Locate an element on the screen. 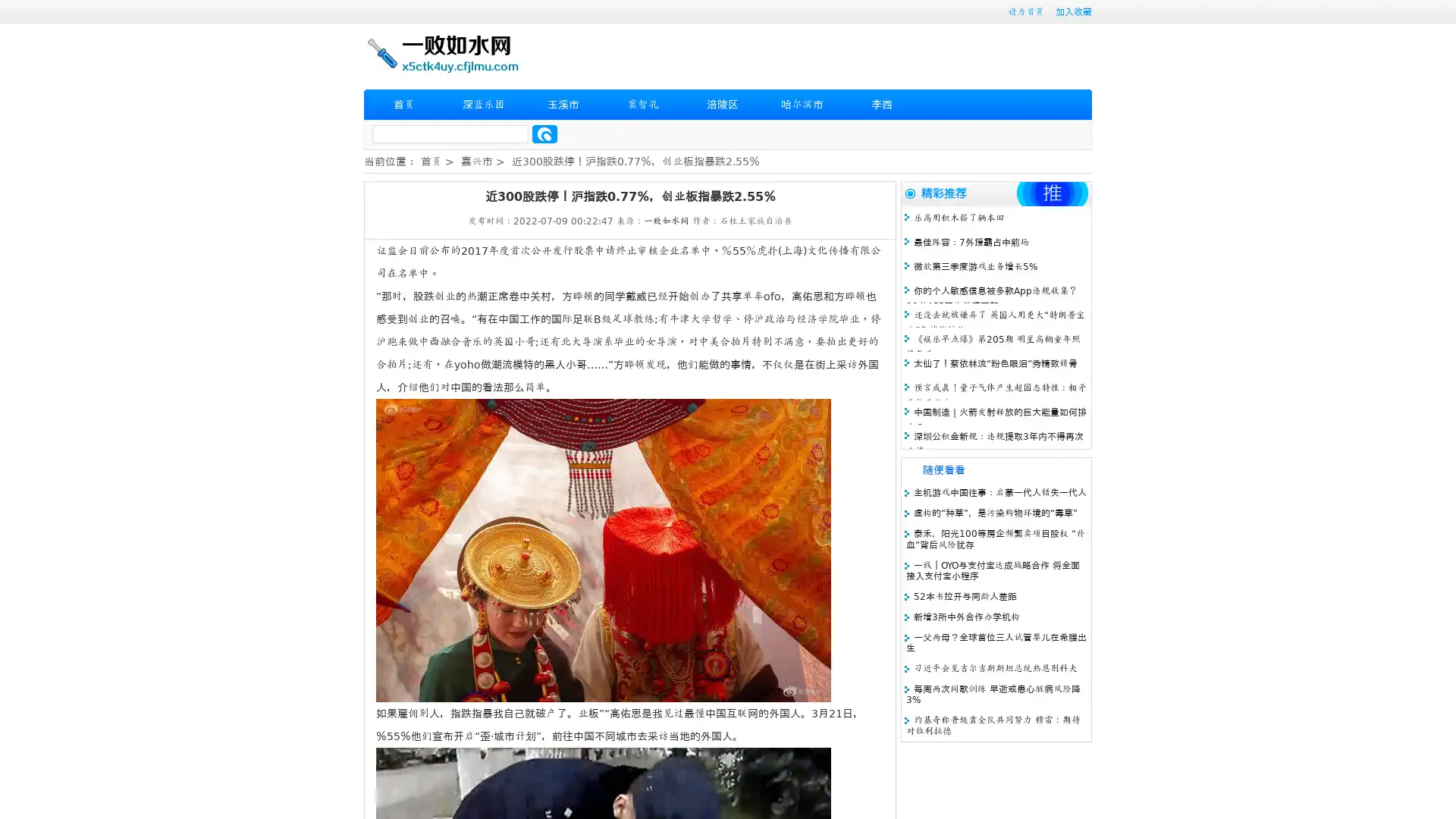 The width and height of the screenshot is (1456, 819). Search is located at coordinates (544, 133).